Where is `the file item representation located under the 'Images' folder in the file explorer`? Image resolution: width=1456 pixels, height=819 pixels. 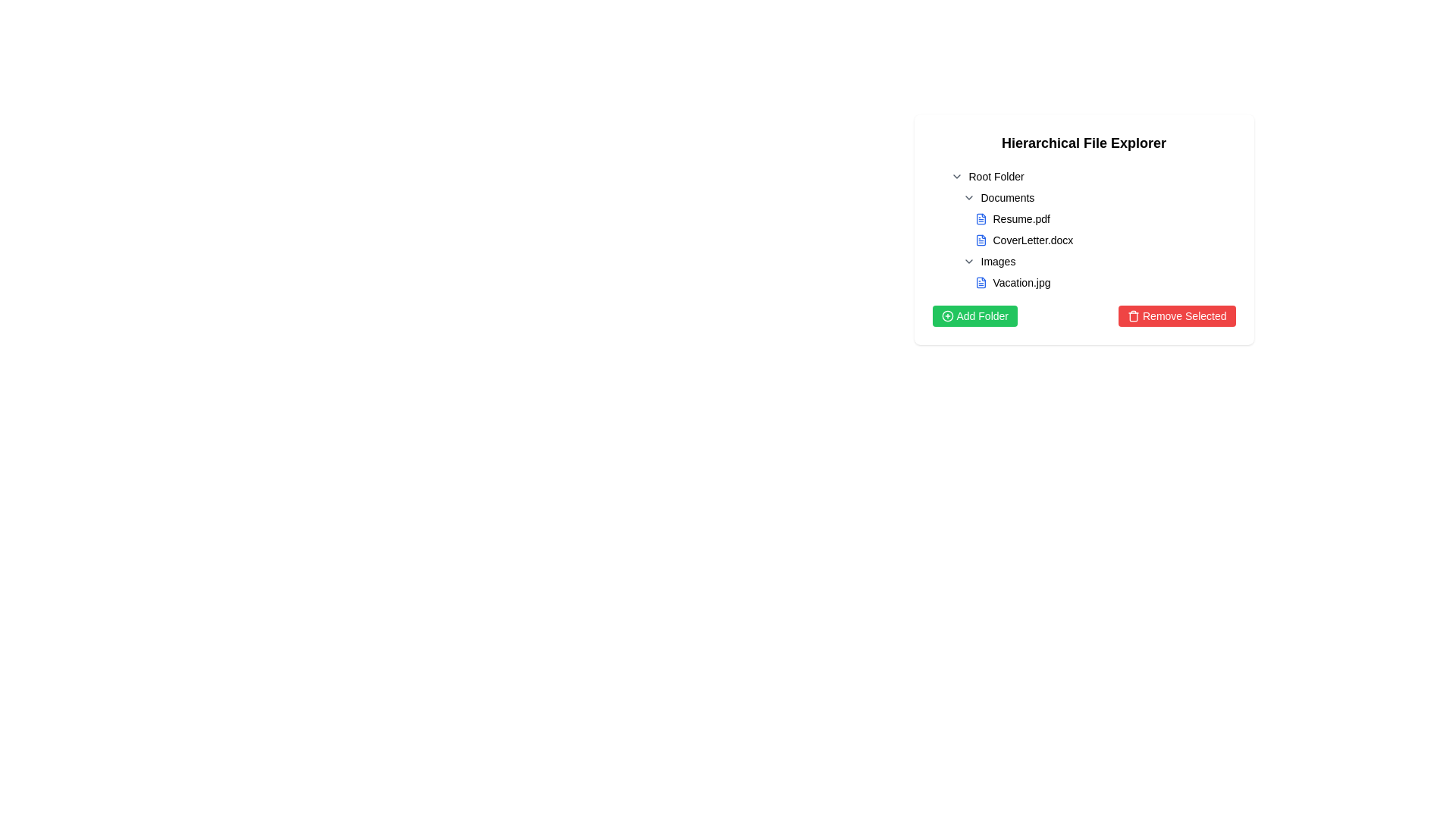
the file item representation located under the 'Images' folder in the file explorer is located at coordinates (1102, 283).